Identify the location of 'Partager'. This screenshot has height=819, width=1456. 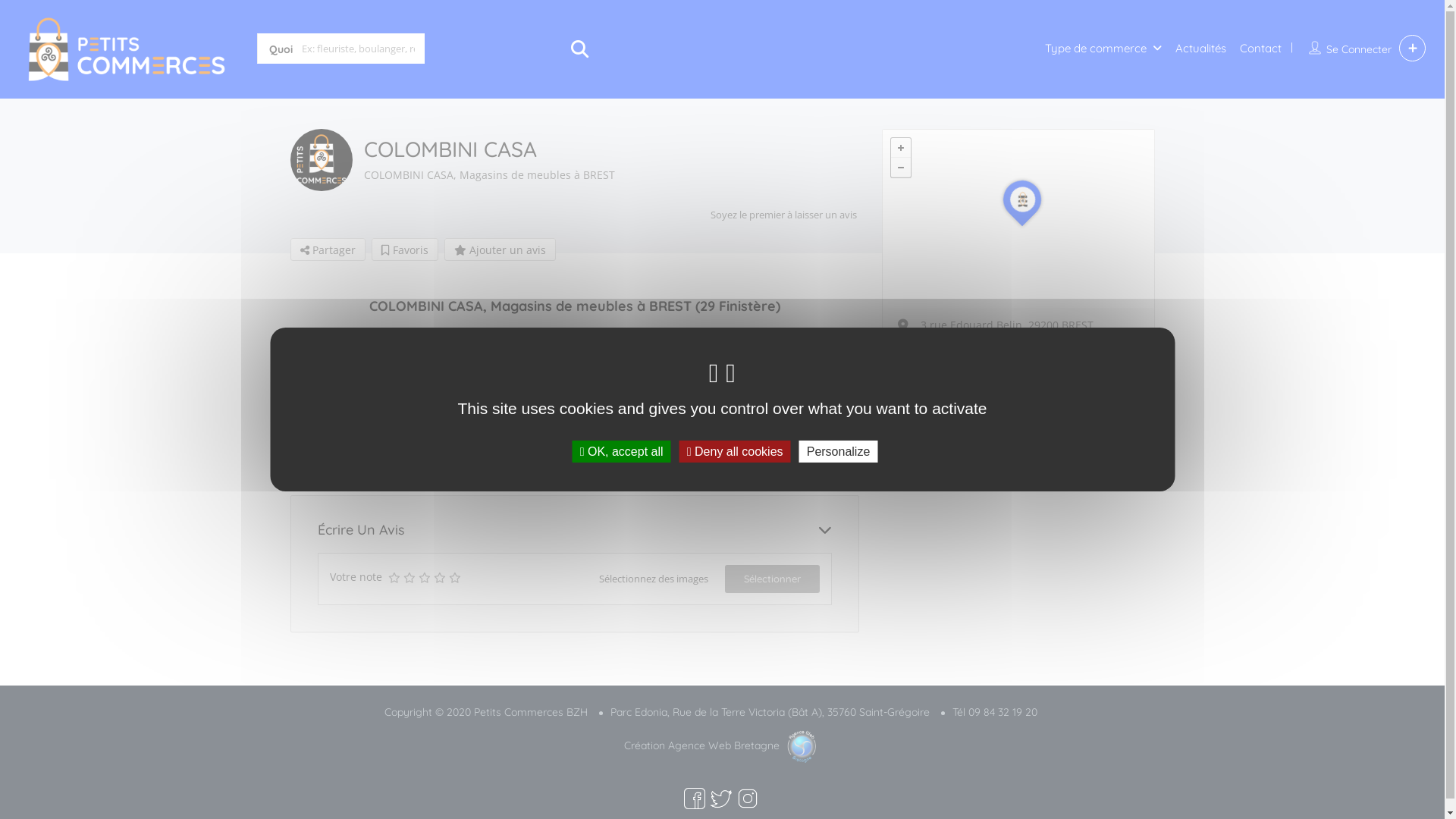
(326, 248).